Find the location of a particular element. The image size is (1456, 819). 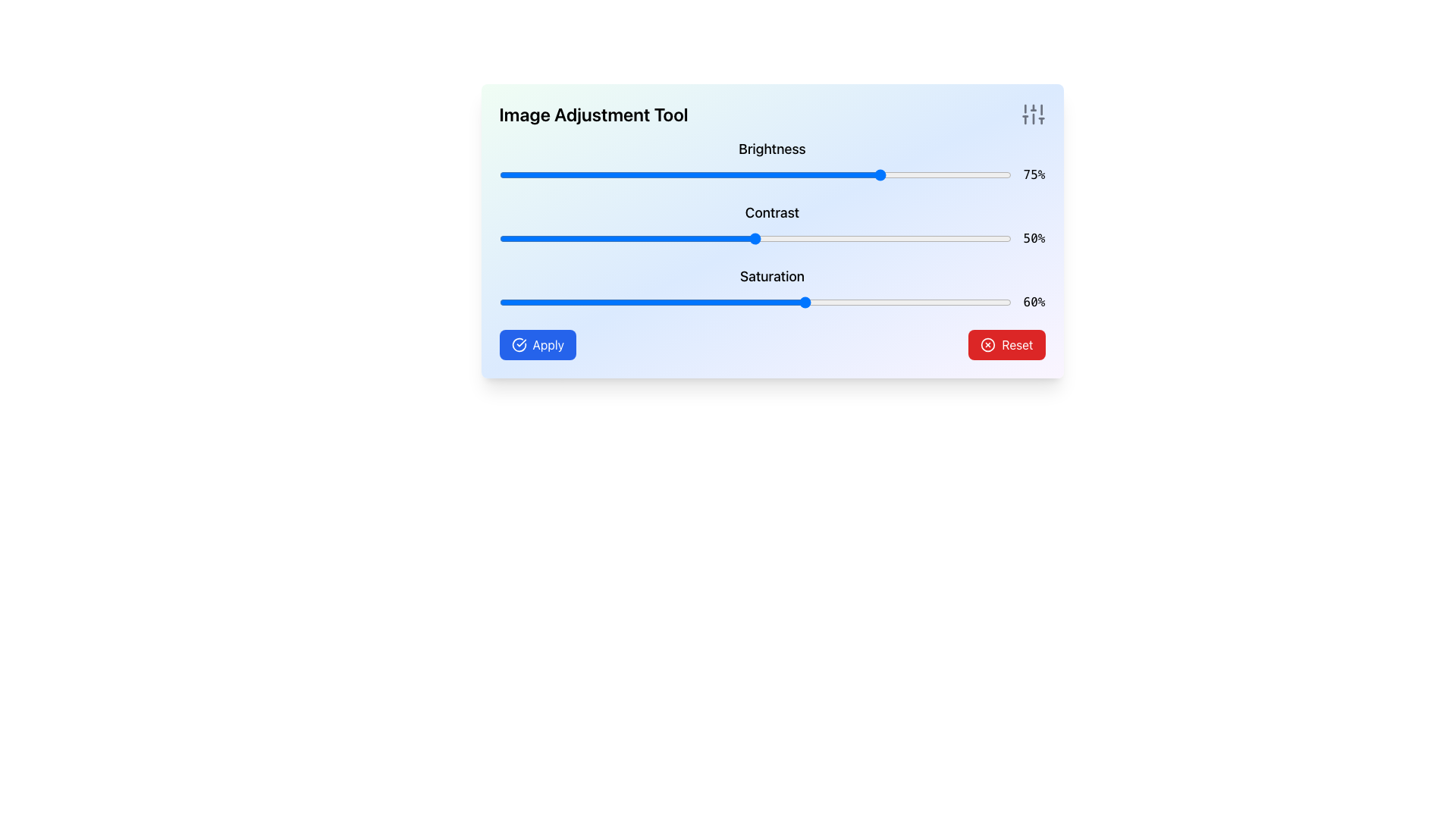

the brightness is located at coordinates (713, 174).